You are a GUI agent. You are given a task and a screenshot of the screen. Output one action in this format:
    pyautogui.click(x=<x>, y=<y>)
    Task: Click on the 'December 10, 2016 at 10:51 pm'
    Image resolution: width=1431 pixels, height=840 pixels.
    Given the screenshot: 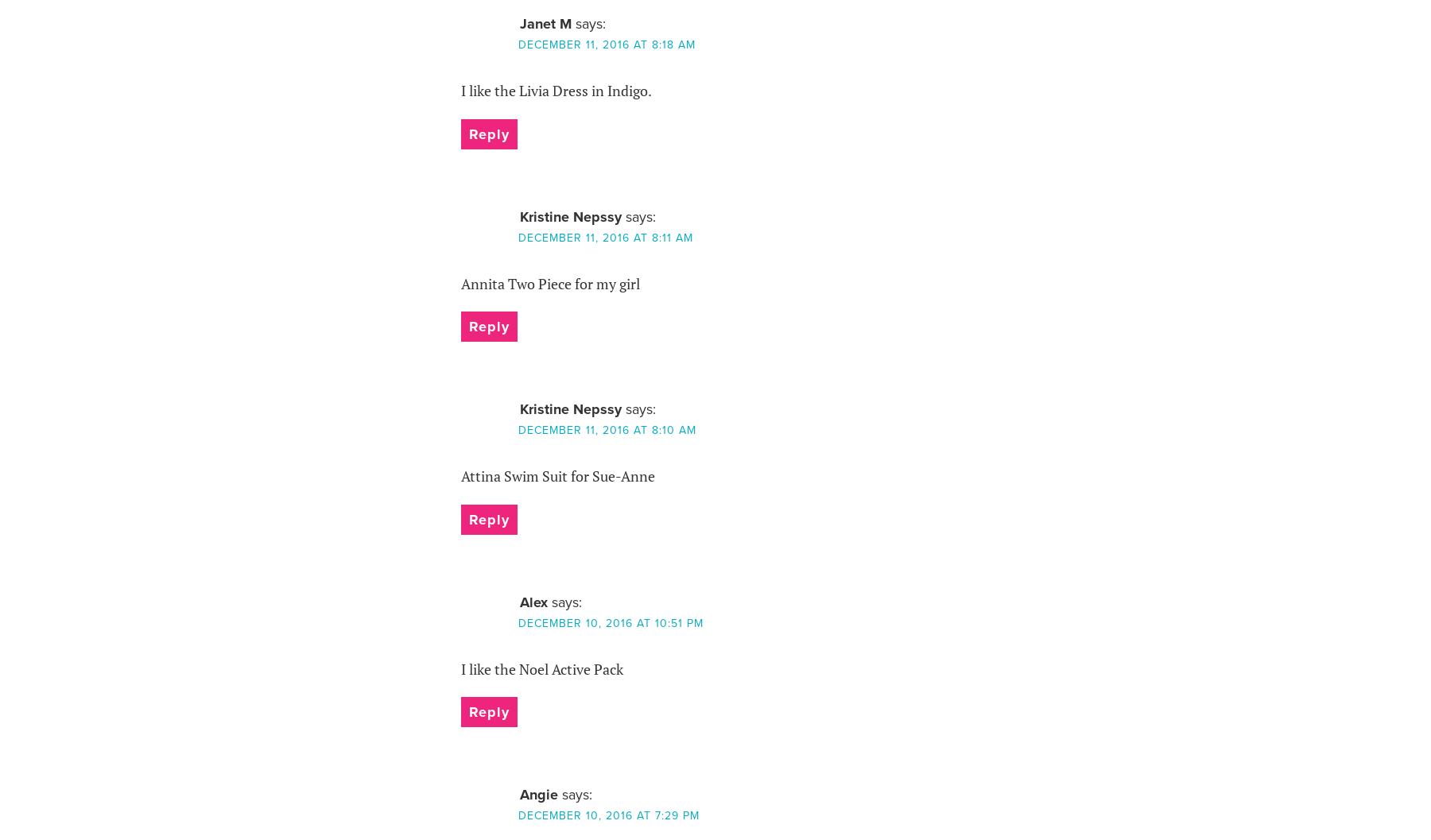 What is the action you would take?
    pyautogui.click(x=609, y=622)
    